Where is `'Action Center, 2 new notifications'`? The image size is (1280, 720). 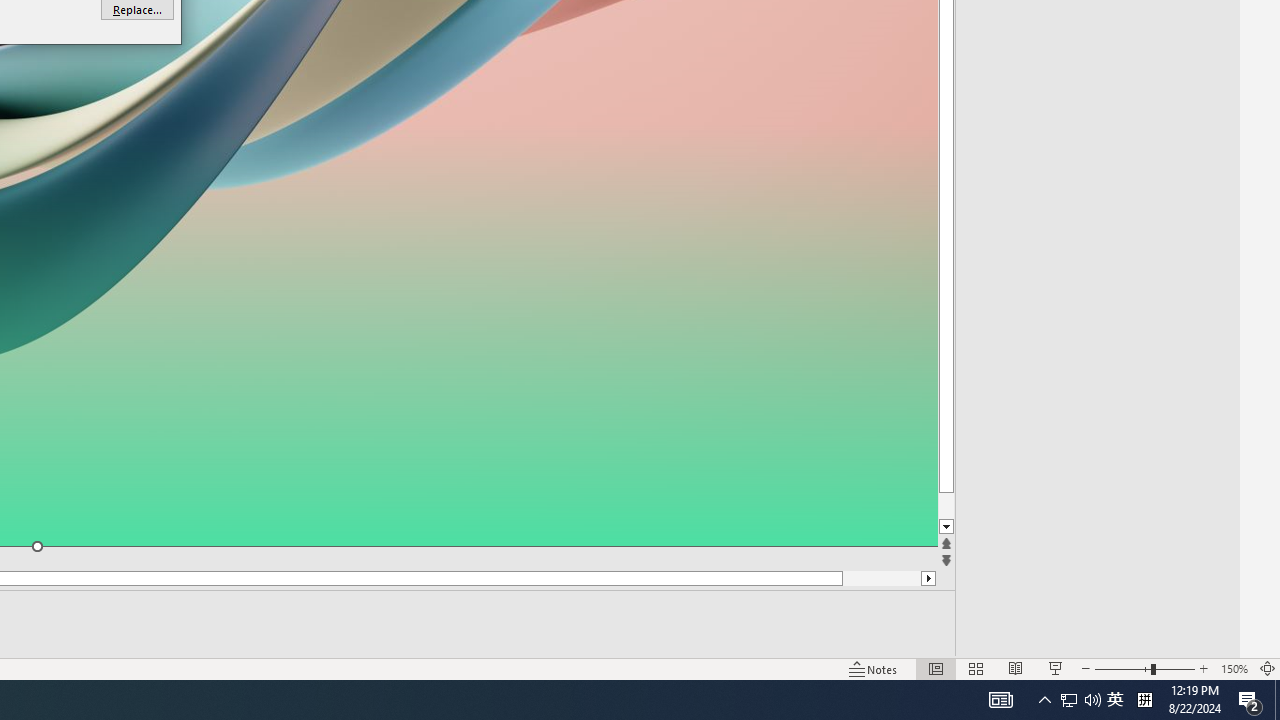
'Action Center, 2 new notifications' is located at coordinates (1250, 698).